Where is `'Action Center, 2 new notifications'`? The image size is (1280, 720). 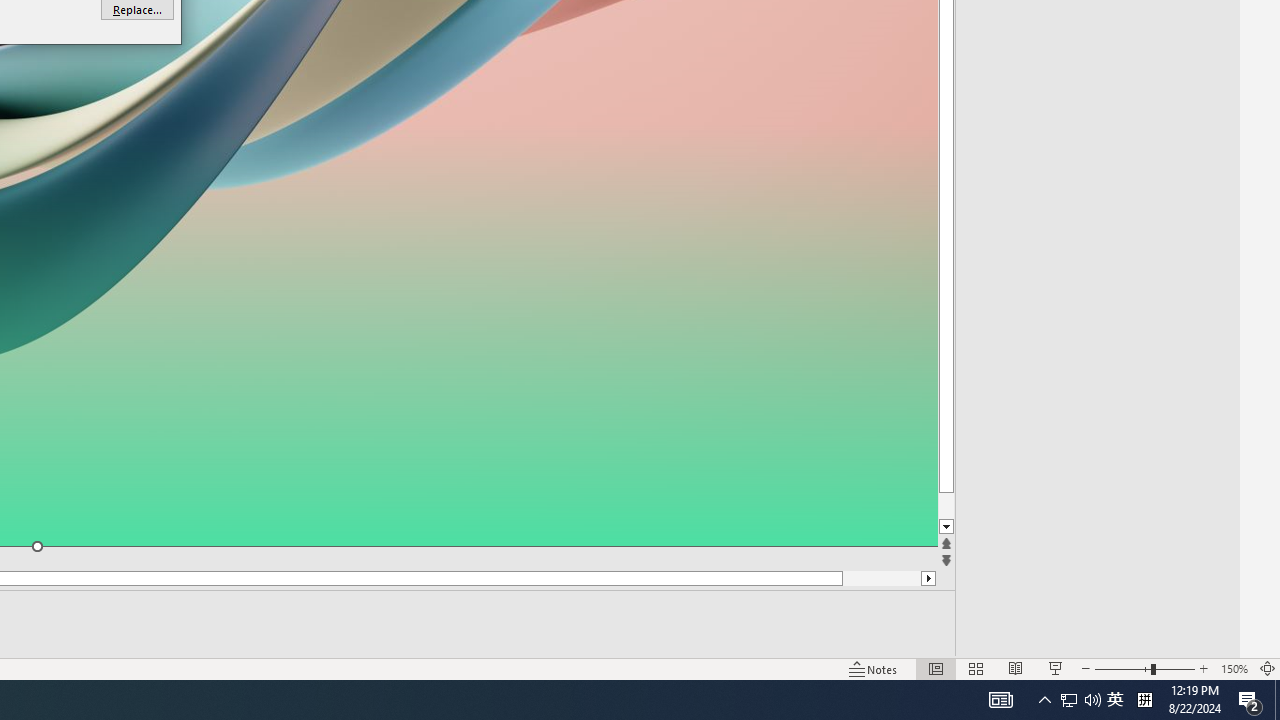
'Action Center, 2 new notifications' is located at coordinates (1250, 698).